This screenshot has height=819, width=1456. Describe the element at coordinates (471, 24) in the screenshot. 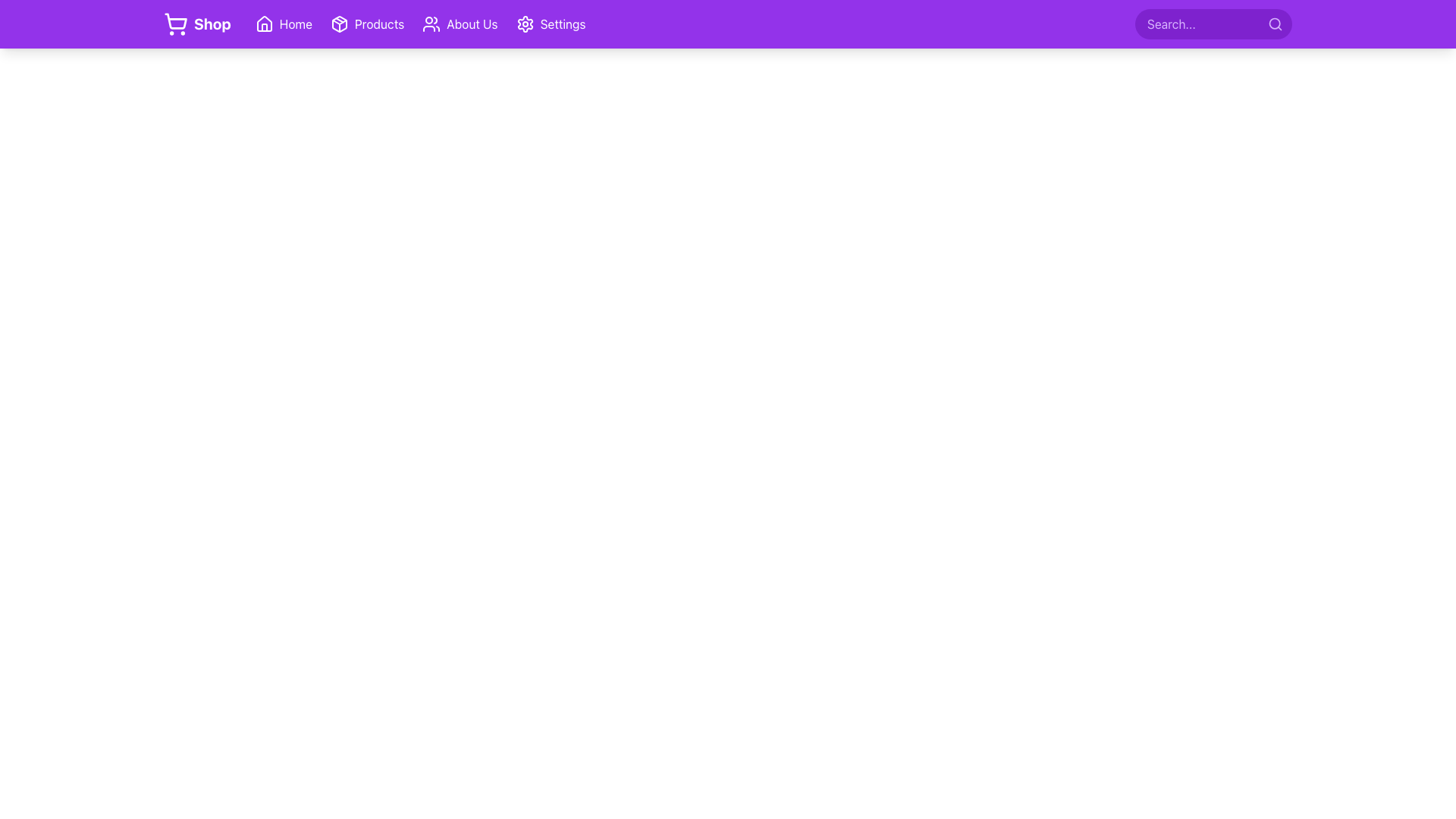

I see `the 'About Us' text-based link in the navigation menu` at that location.